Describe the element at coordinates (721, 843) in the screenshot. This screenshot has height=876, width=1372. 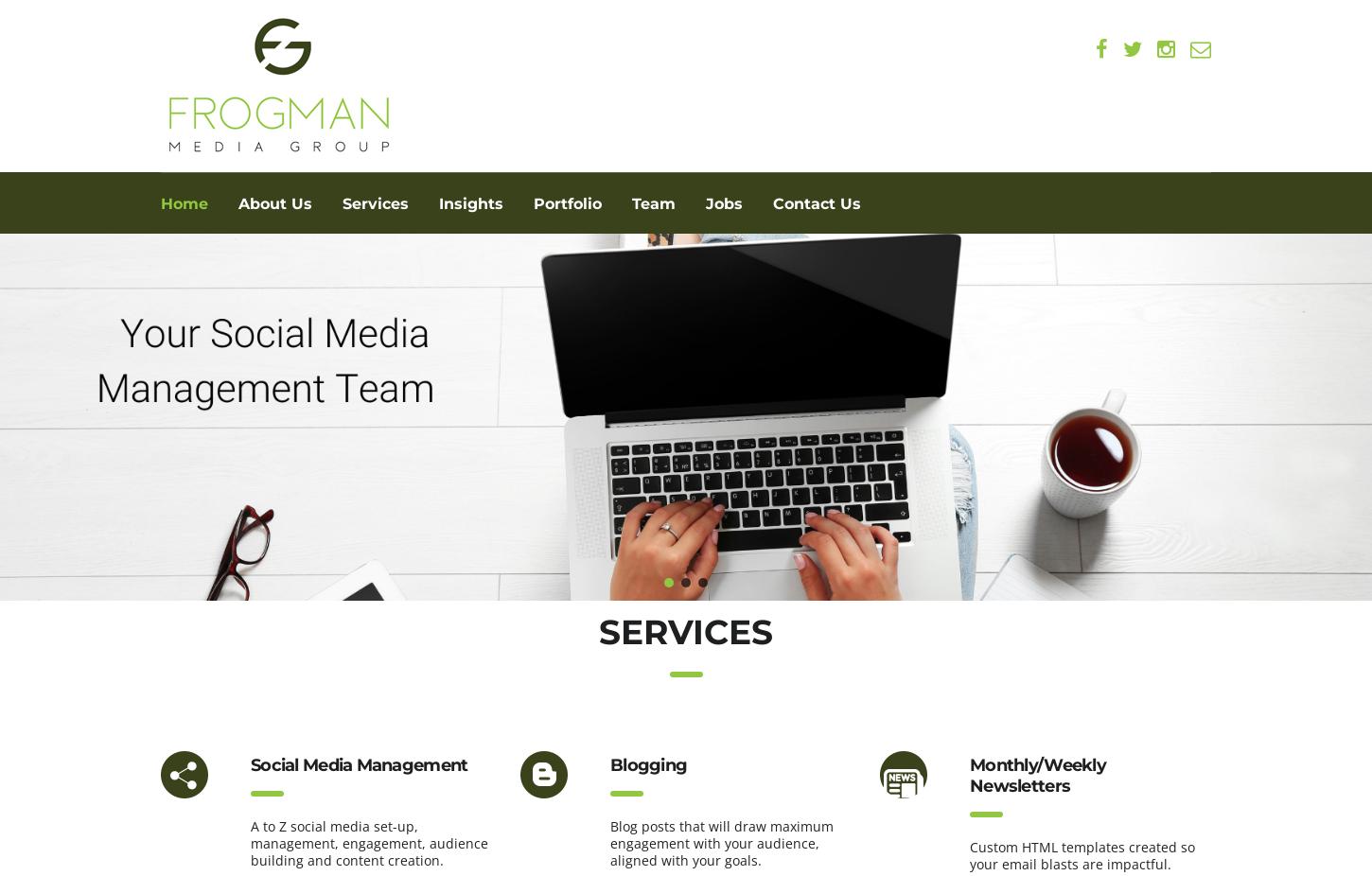
I see `'Blog posts that will draw maximum engagement with your audience, aligned with your goals.'` at that location.